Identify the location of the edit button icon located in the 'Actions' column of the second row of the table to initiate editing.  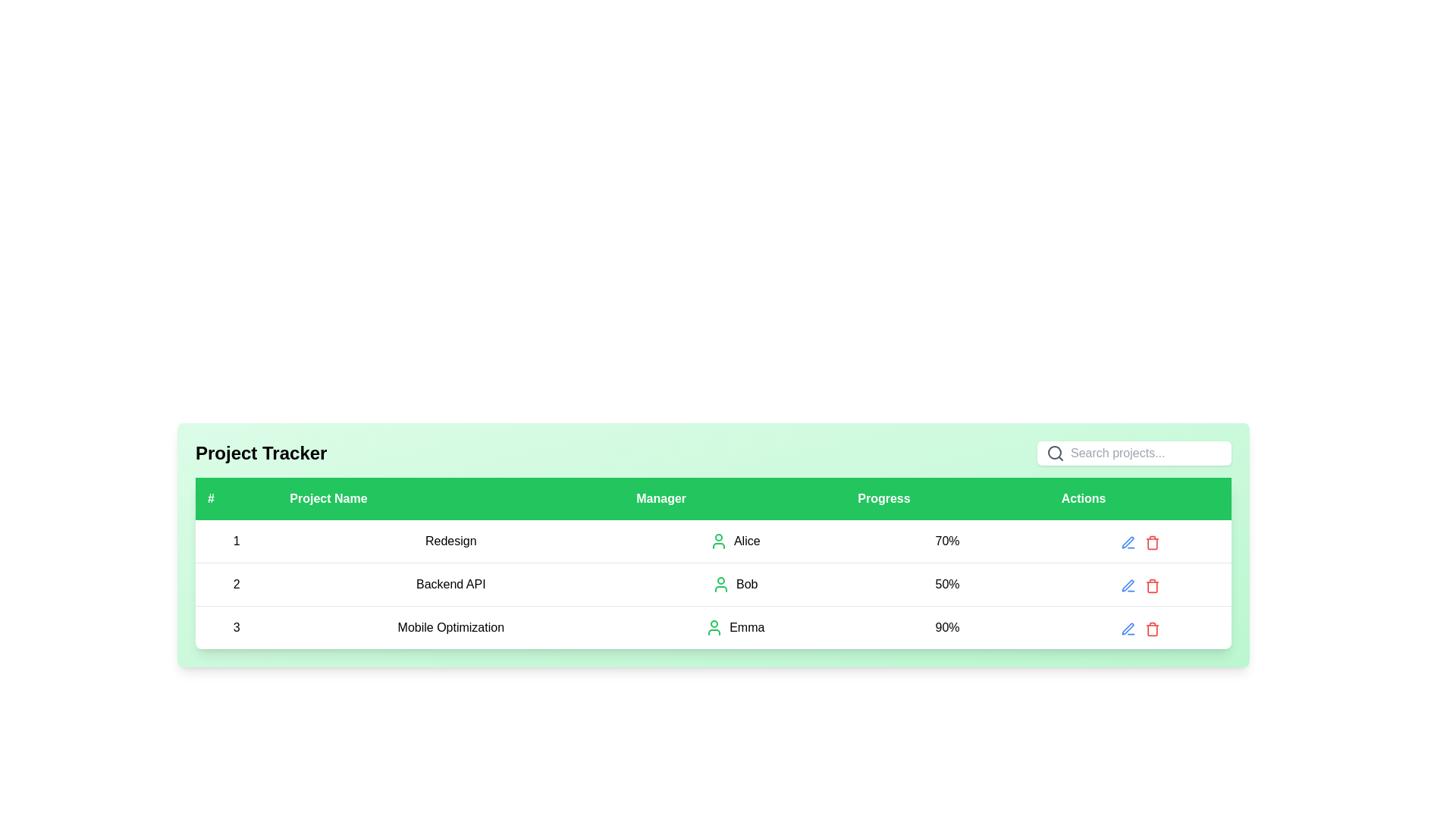
(1128, 585).